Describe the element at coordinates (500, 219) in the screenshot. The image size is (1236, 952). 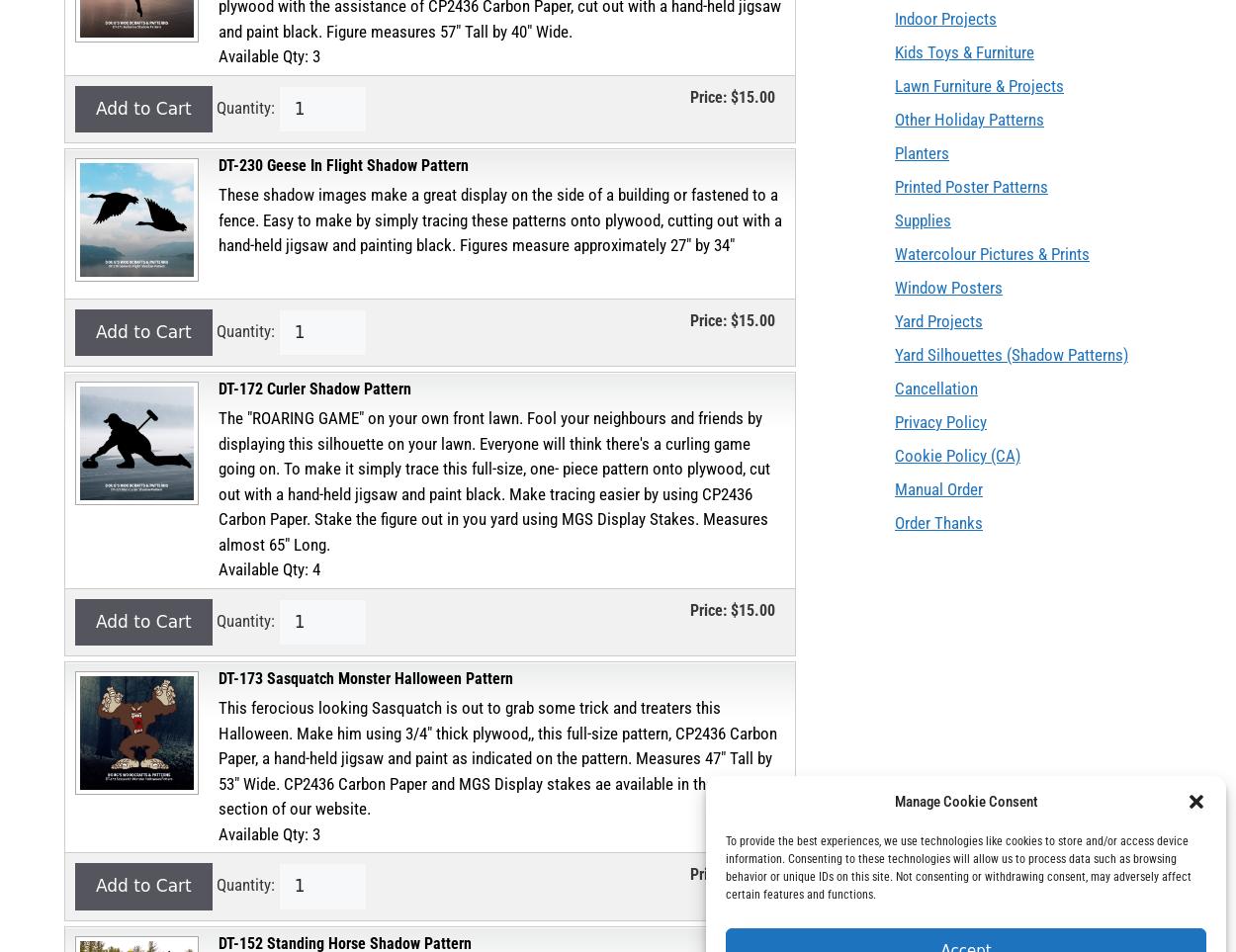
I see `'These shadow images make a great display on the side of a building or fastened to a fence.  Easy to make by simply tracing these patterns onto plywood, cutting out with a hand-held jigsaw and painting black.  Figures measure approximately 27" by 34"'` at that location.